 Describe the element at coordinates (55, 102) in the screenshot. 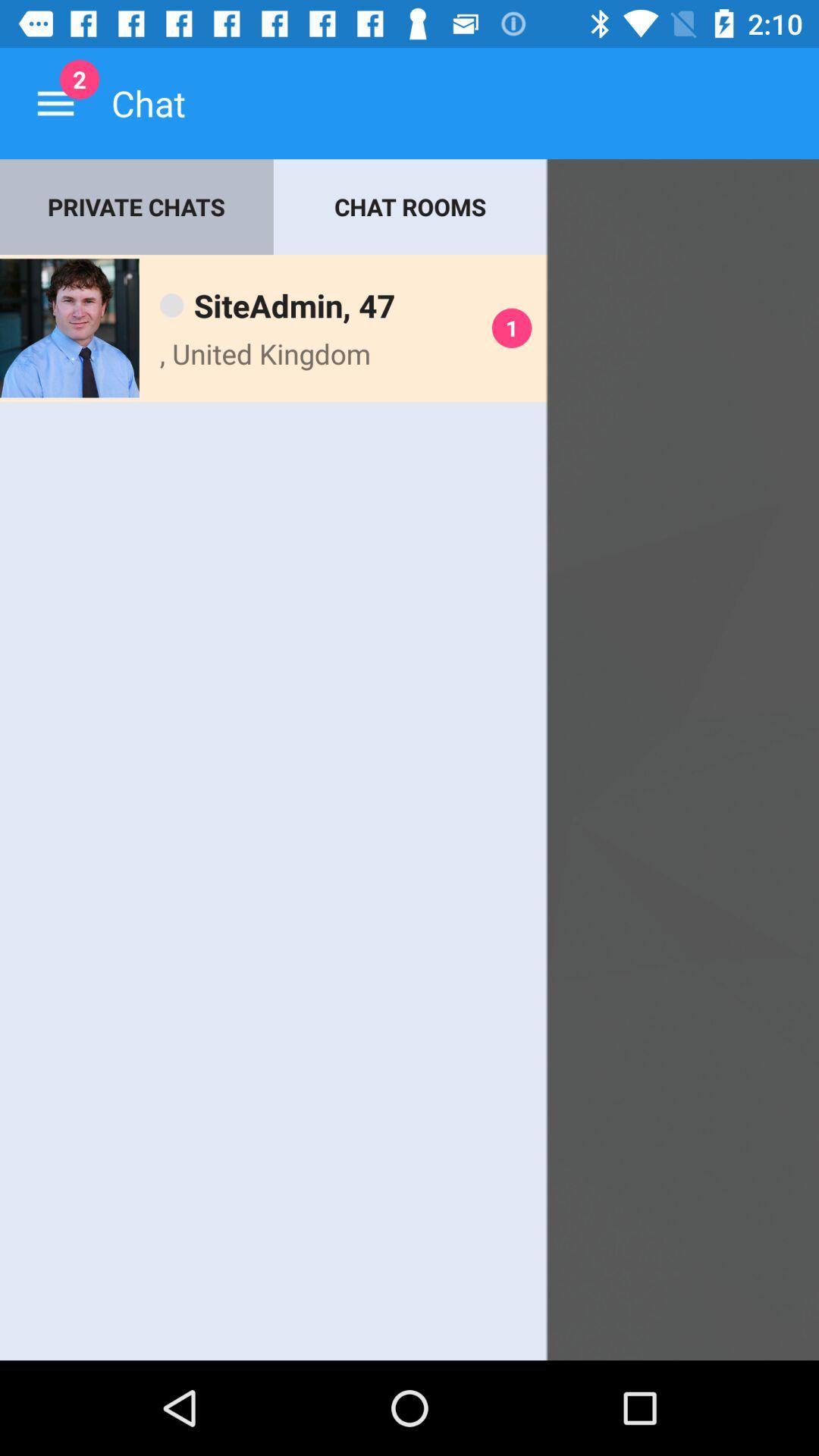

I see `the icon above private chats item` at that location.